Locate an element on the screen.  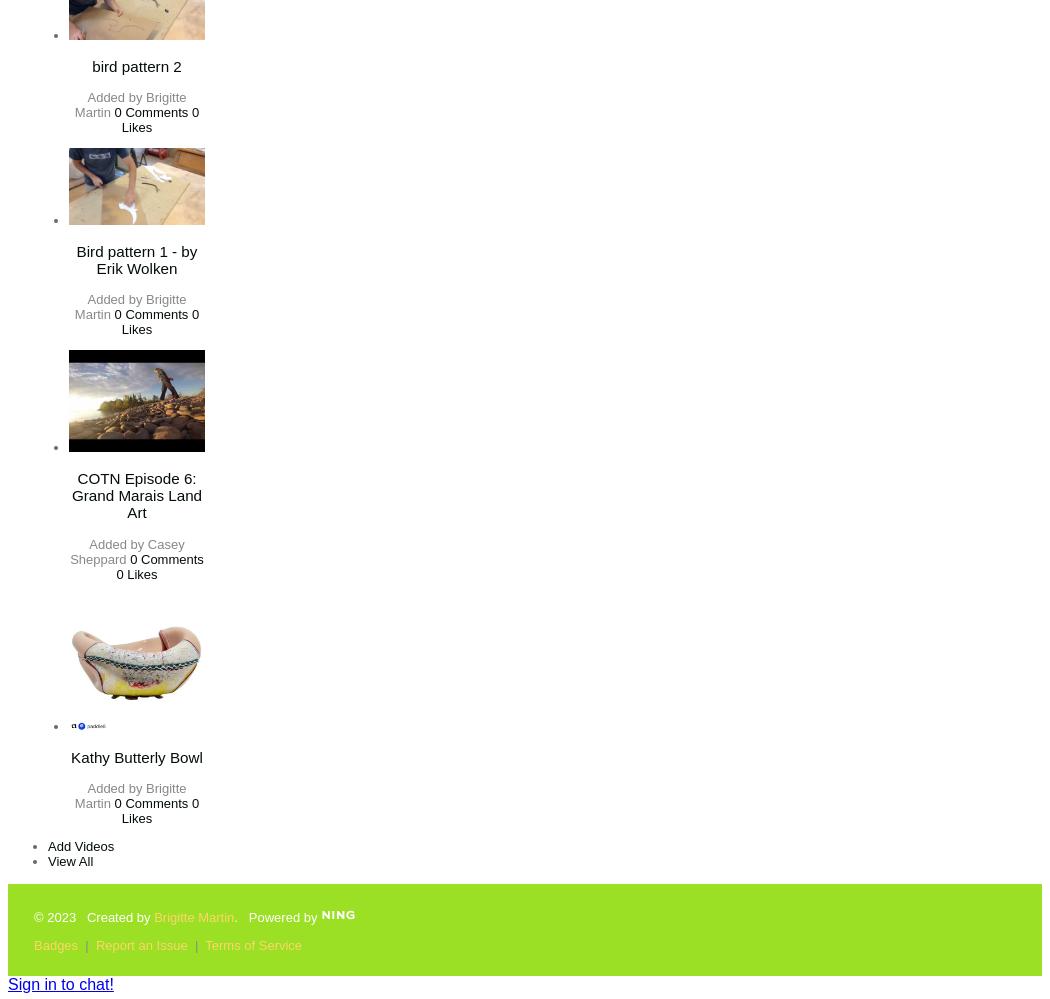
'Casey Sheppard' is located at coordinates (126, 550).